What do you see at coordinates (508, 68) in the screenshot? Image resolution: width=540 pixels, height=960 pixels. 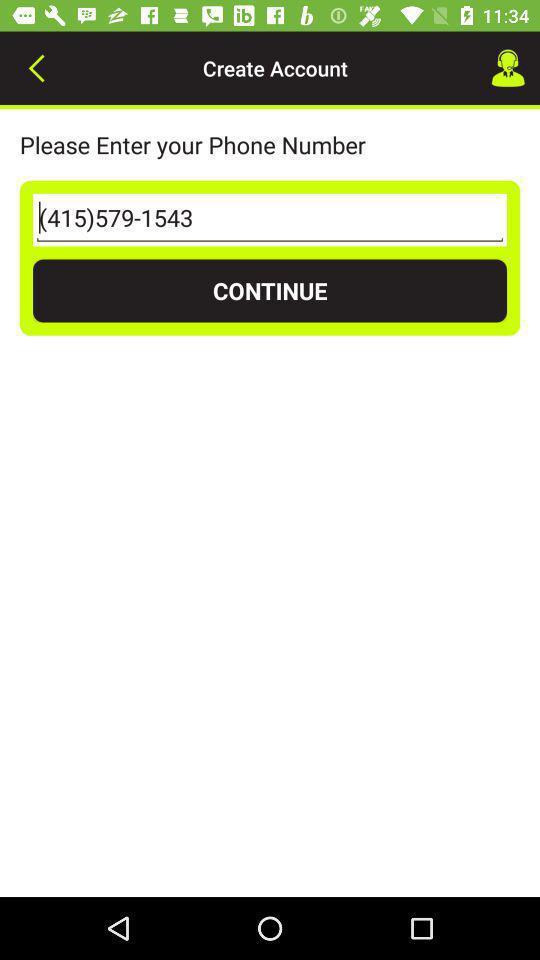 I see `item next to create account` at bounding box center [508, 68].